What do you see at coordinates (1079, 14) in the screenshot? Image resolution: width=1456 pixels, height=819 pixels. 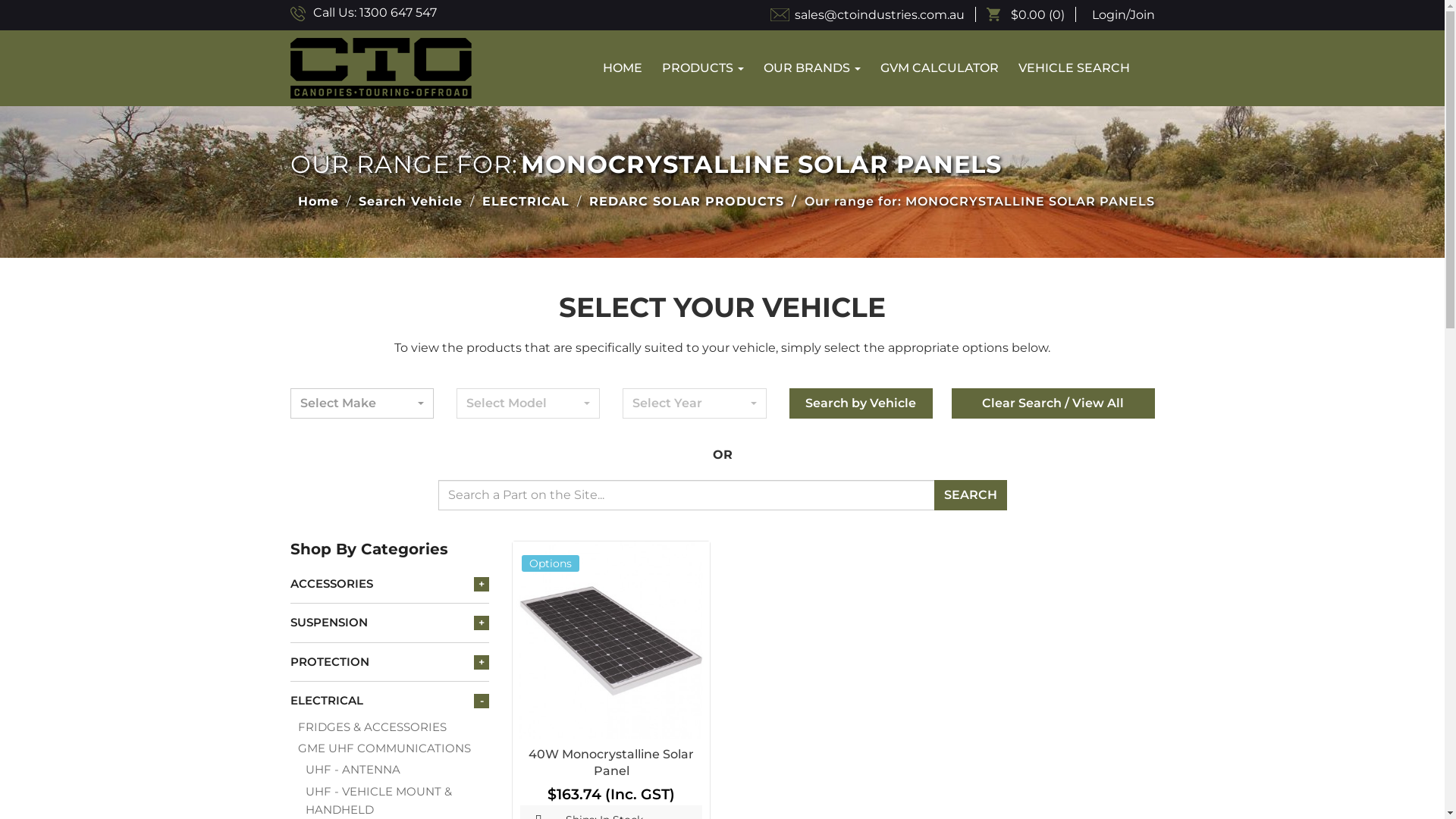 I see `'Login/Join'` at bounding box center [1079, 14].